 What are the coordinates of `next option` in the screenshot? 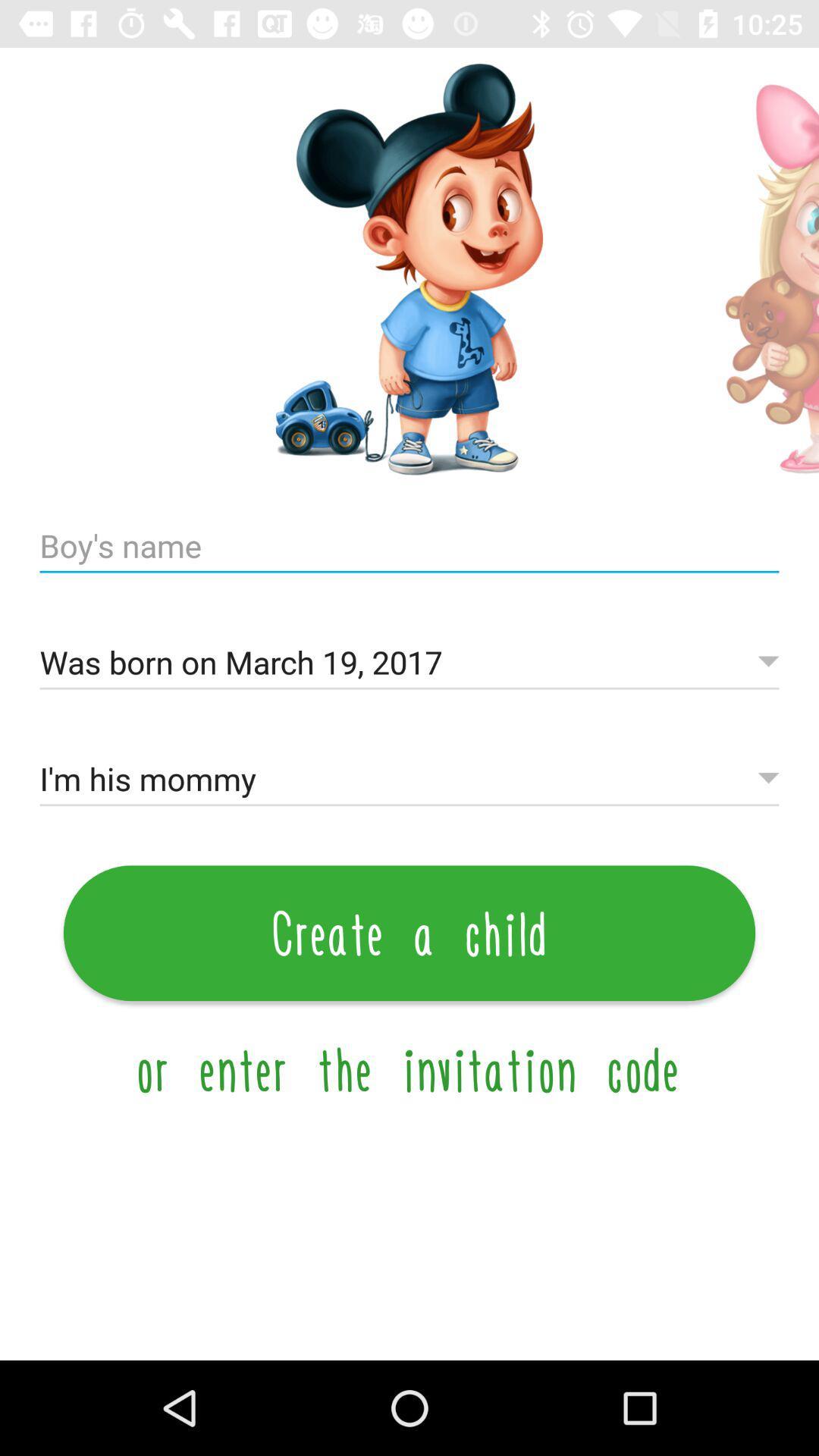 It's located at (757, 269).